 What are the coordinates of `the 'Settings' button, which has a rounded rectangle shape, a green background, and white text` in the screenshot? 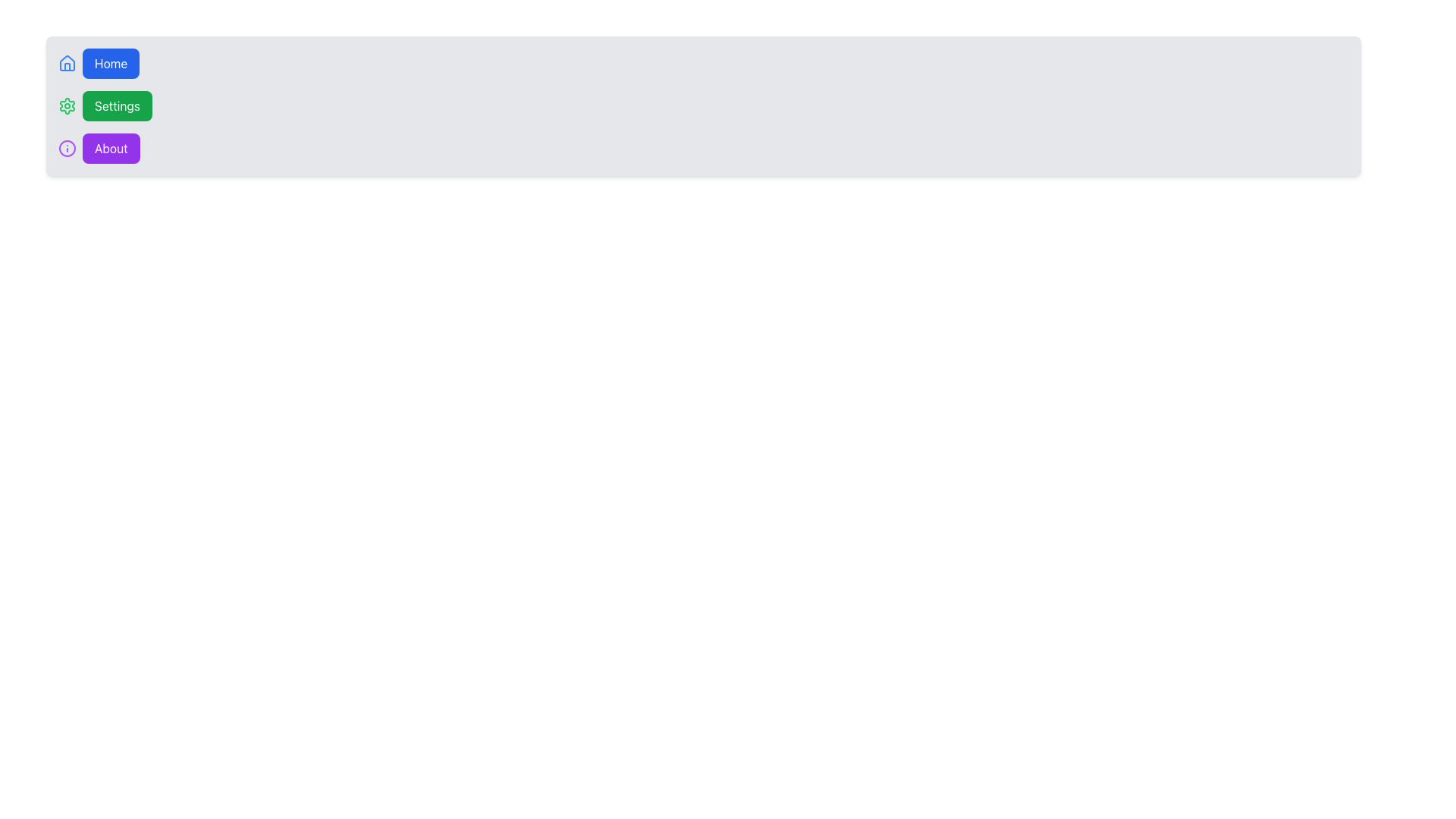 It's located at (116, 105).